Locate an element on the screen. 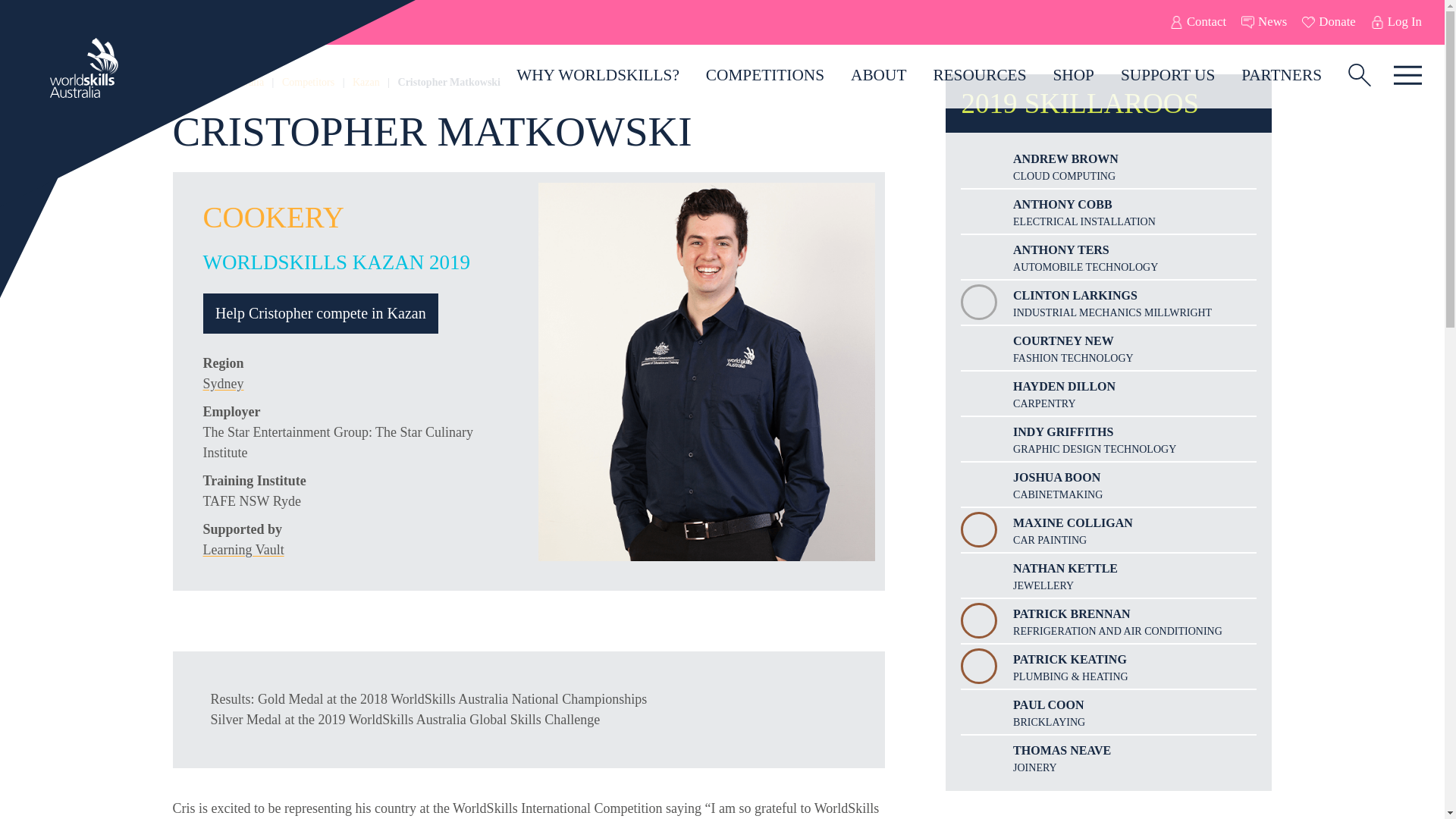 The width and height of the screenshot is (1456, 819). 'SHOP' is located at coordinates (1072, 75).